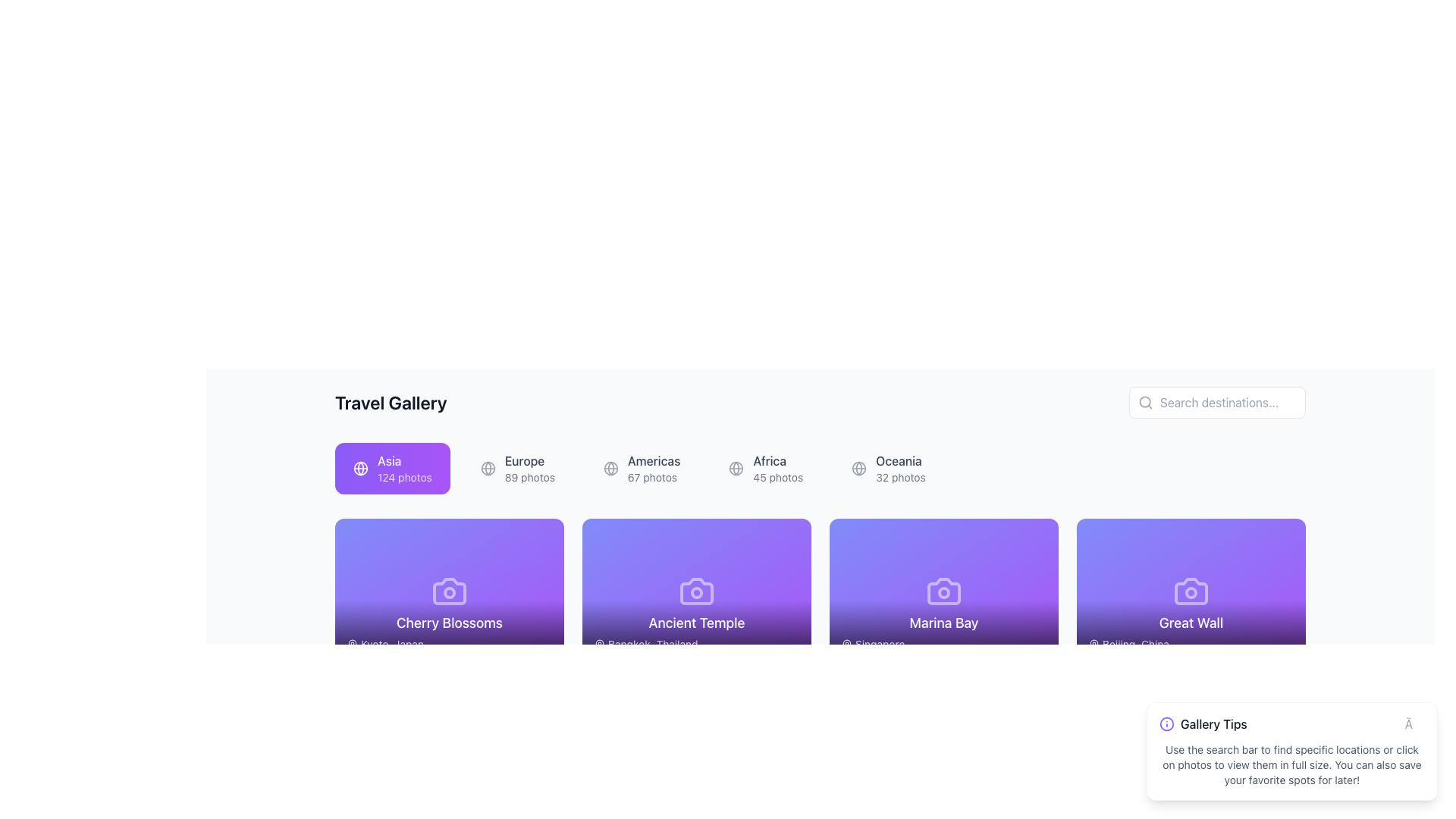 The width and height of the screenshot is (1456, 819). What do you see at coordinates (488, 467) in the screenshot?
I see `the visual representation of the second line element of the SVG globe icon that represents the 'Europe' region in the travel gallery interface` at bounding box center [488, 467].